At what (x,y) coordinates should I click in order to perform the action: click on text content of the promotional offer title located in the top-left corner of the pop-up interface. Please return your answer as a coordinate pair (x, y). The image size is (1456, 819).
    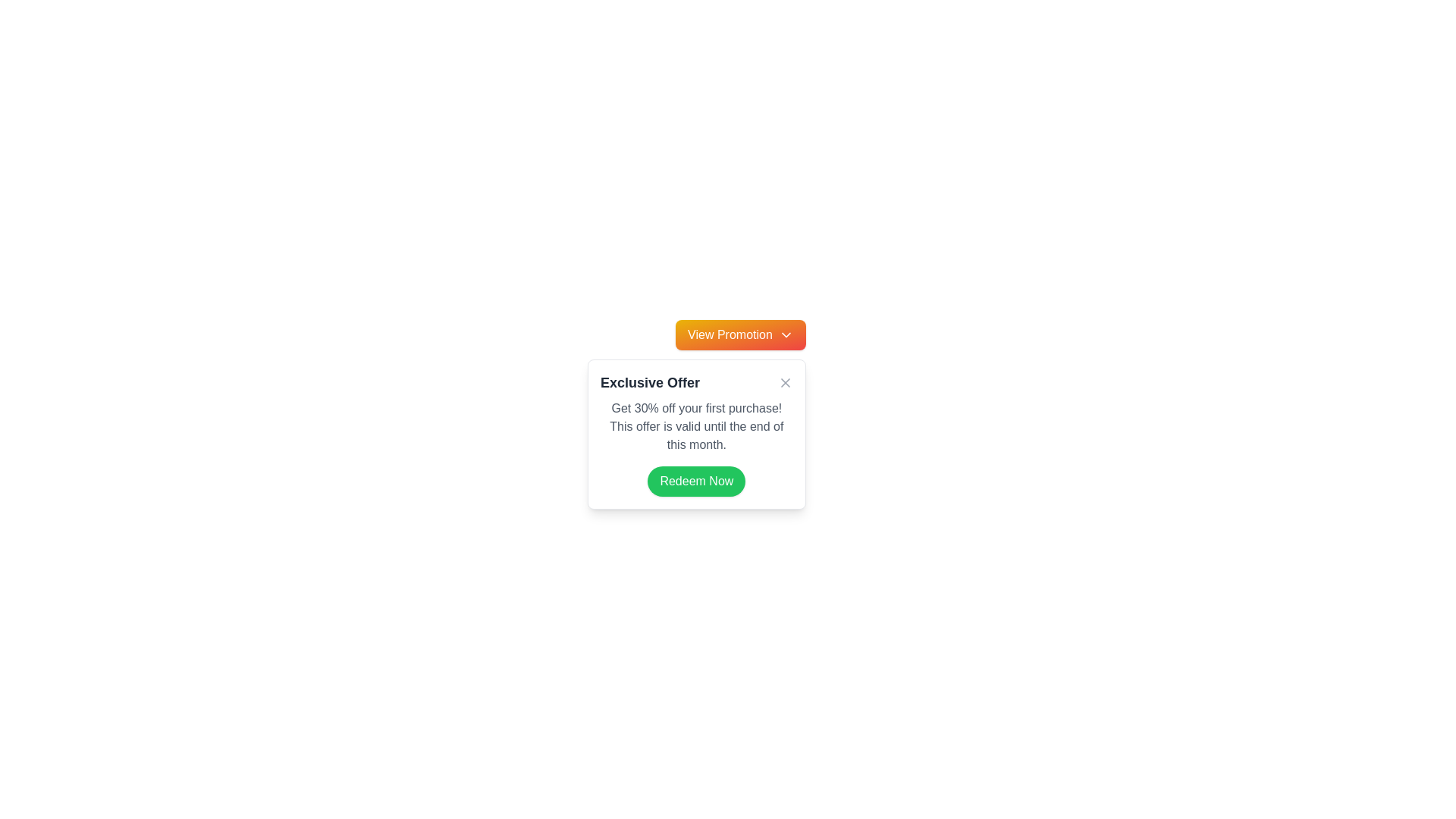
    Looking at the image, I should click on (650, 382).